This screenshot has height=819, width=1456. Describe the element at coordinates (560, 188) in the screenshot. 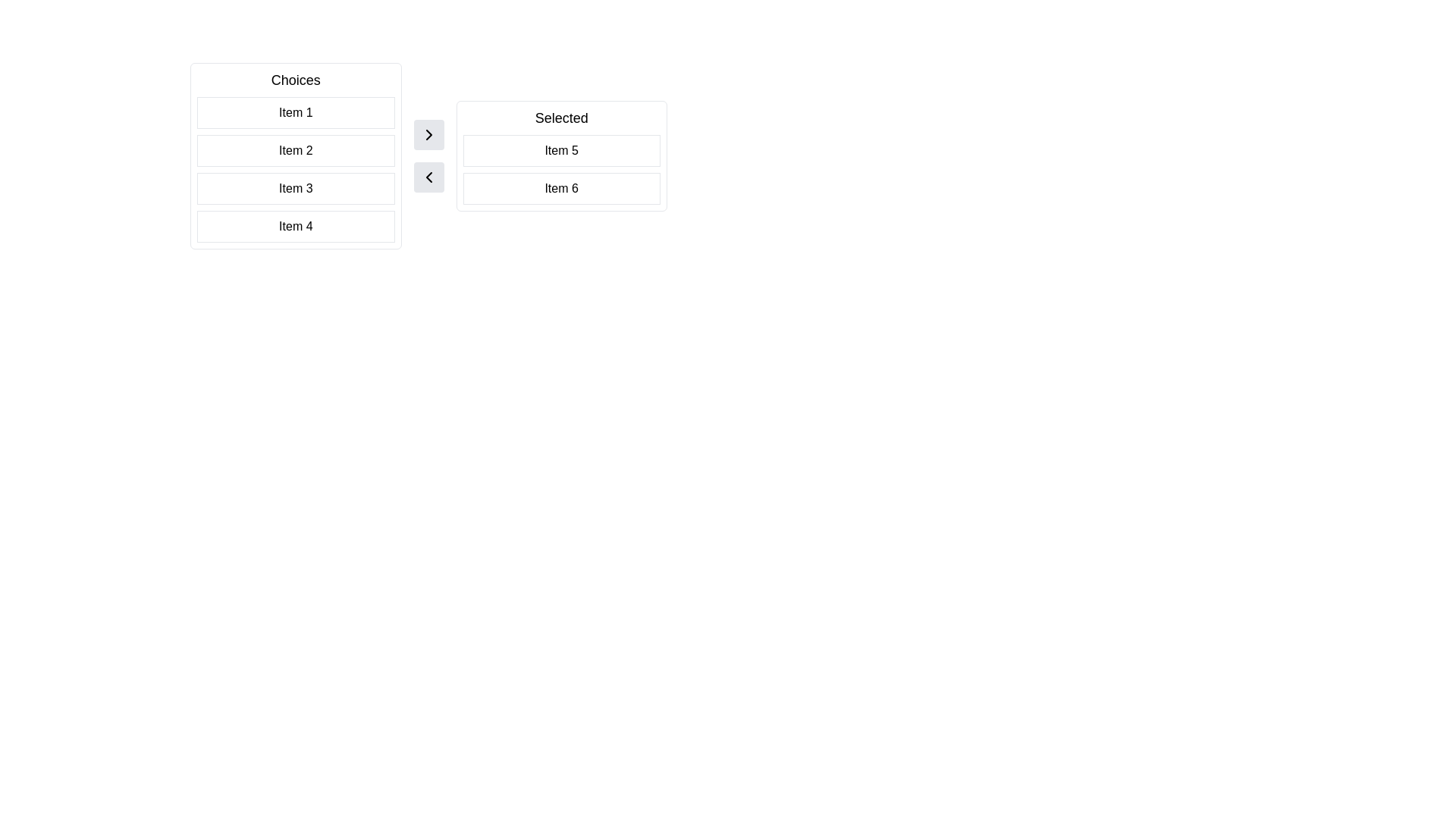

I see `the static display box labeled 'Item 6' located in the 'Selected' section, which has a white background and contains dark text centered within it` at that location.